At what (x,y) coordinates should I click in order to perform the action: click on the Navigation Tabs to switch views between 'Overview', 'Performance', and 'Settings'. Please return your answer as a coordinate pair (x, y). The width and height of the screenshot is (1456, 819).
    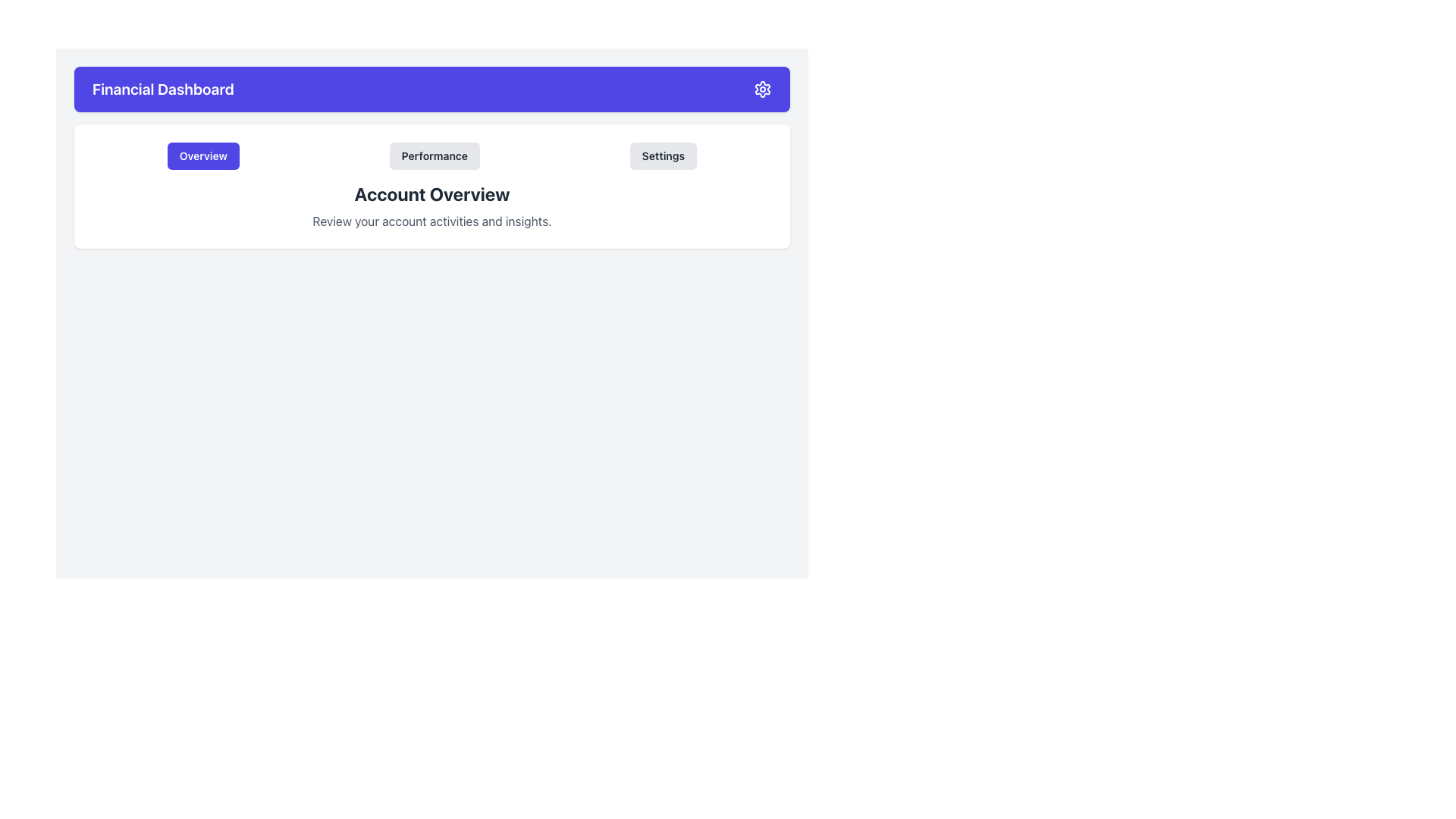
    Looking at the image, I should click on (431, 155).